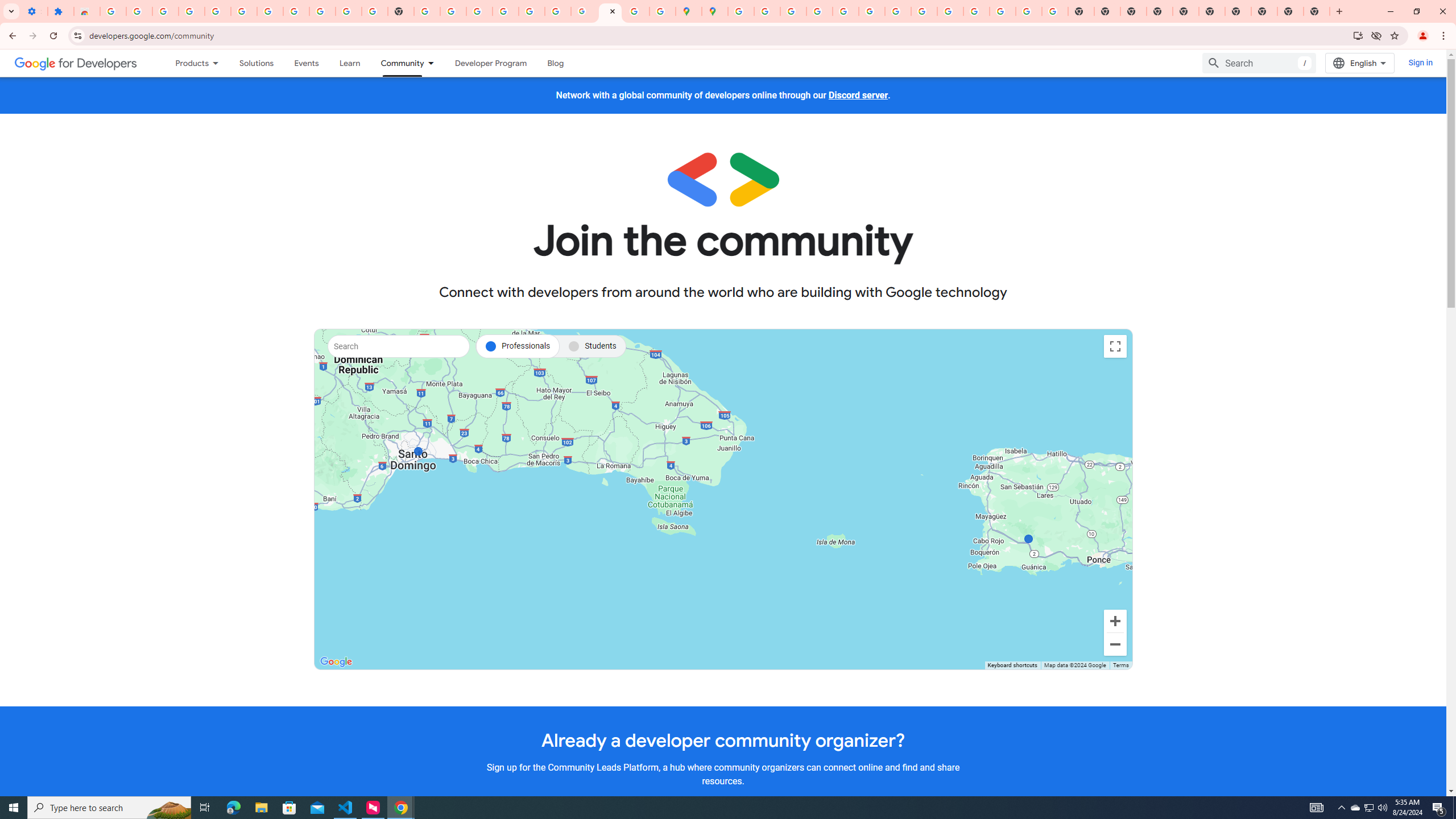 The image size is (1456, 819). I want to click on 'Learning Catalog', so click(350, 63).